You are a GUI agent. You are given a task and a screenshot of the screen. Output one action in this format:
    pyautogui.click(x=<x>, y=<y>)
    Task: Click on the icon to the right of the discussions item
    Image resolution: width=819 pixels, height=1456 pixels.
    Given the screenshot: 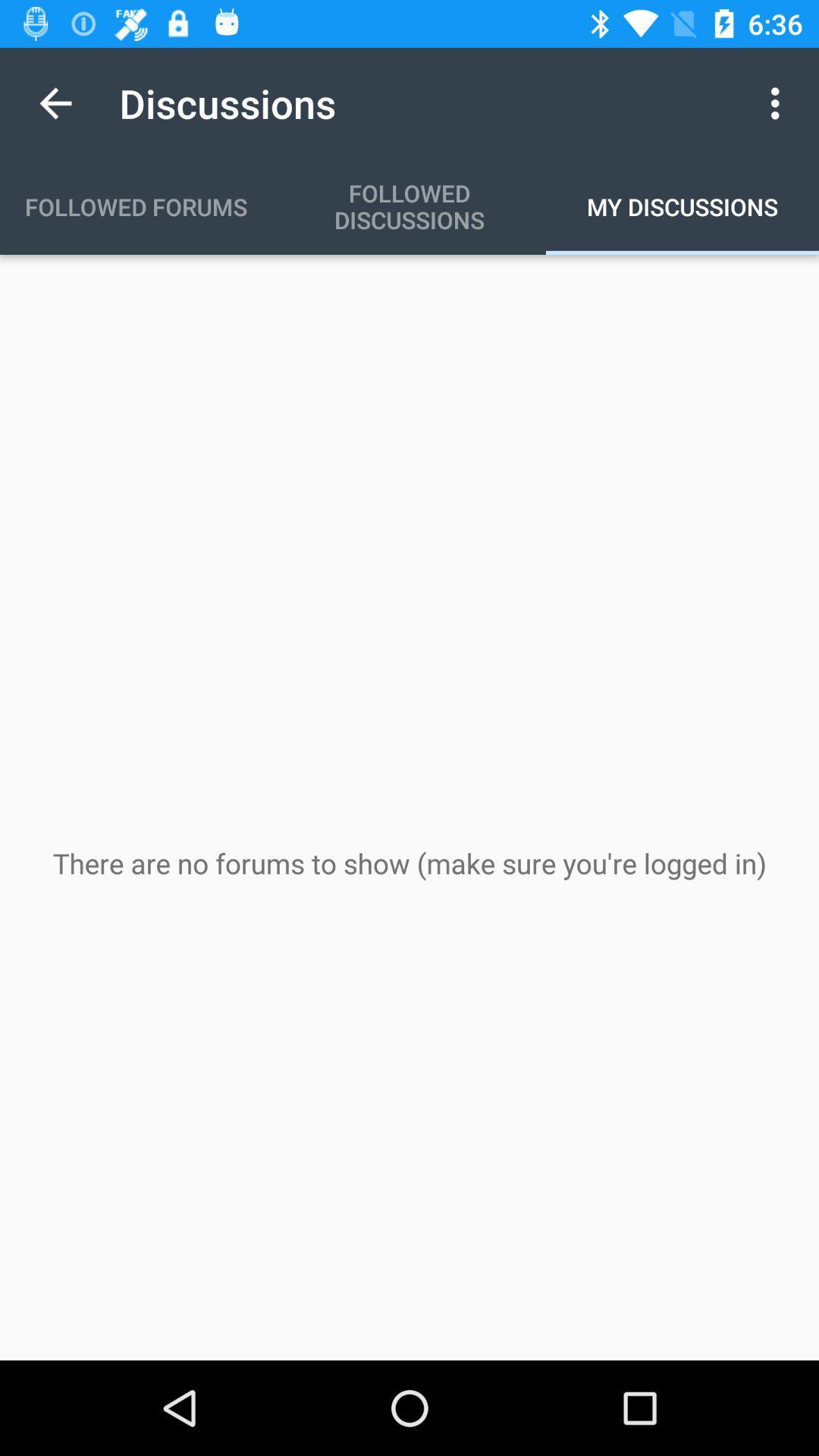 What is the action you would take?
    pyautogui.click(x=779, y=102)
    